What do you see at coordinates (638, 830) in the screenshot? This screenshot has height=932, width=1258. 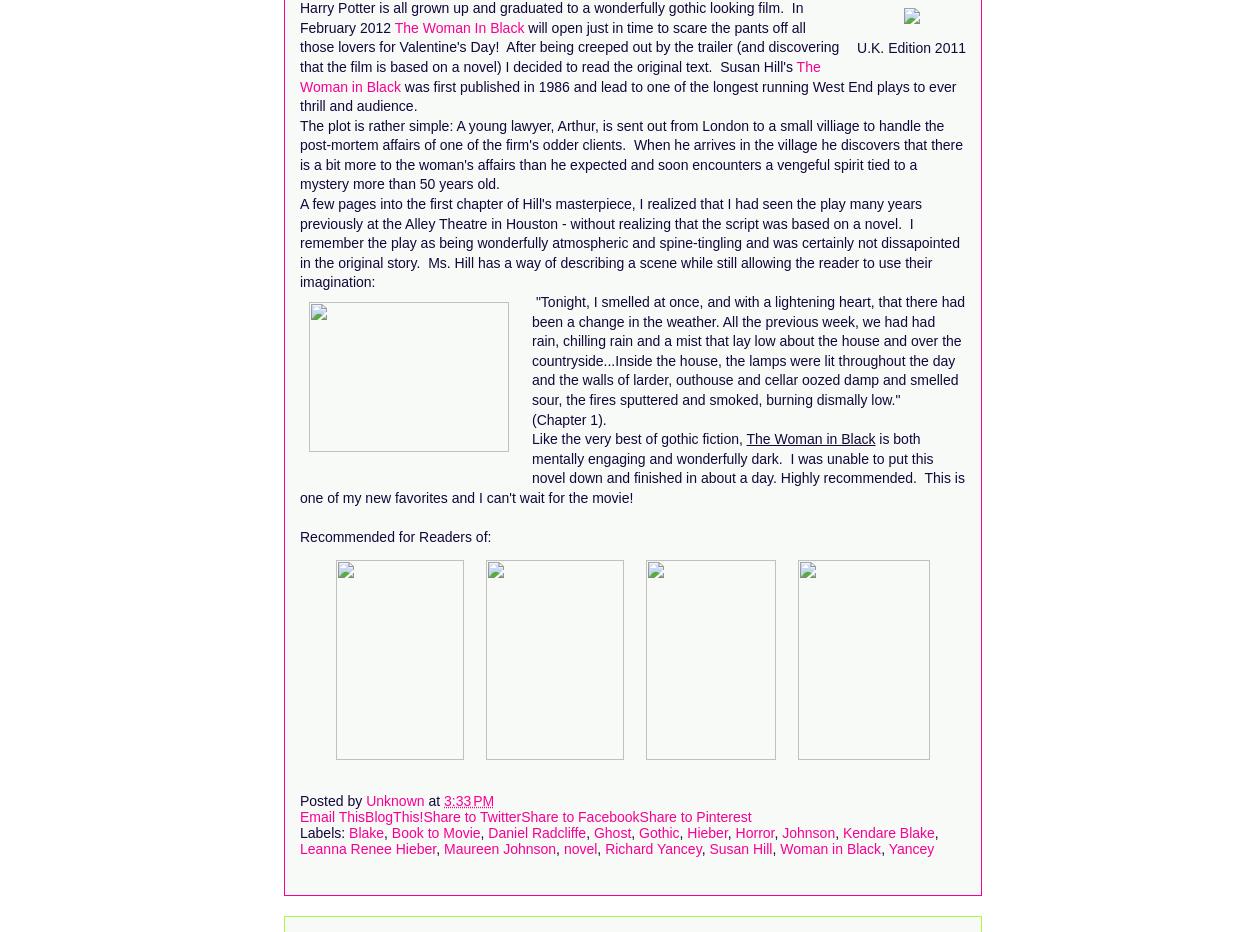 I see `'Gothic'` at bounding box center [638, 830].